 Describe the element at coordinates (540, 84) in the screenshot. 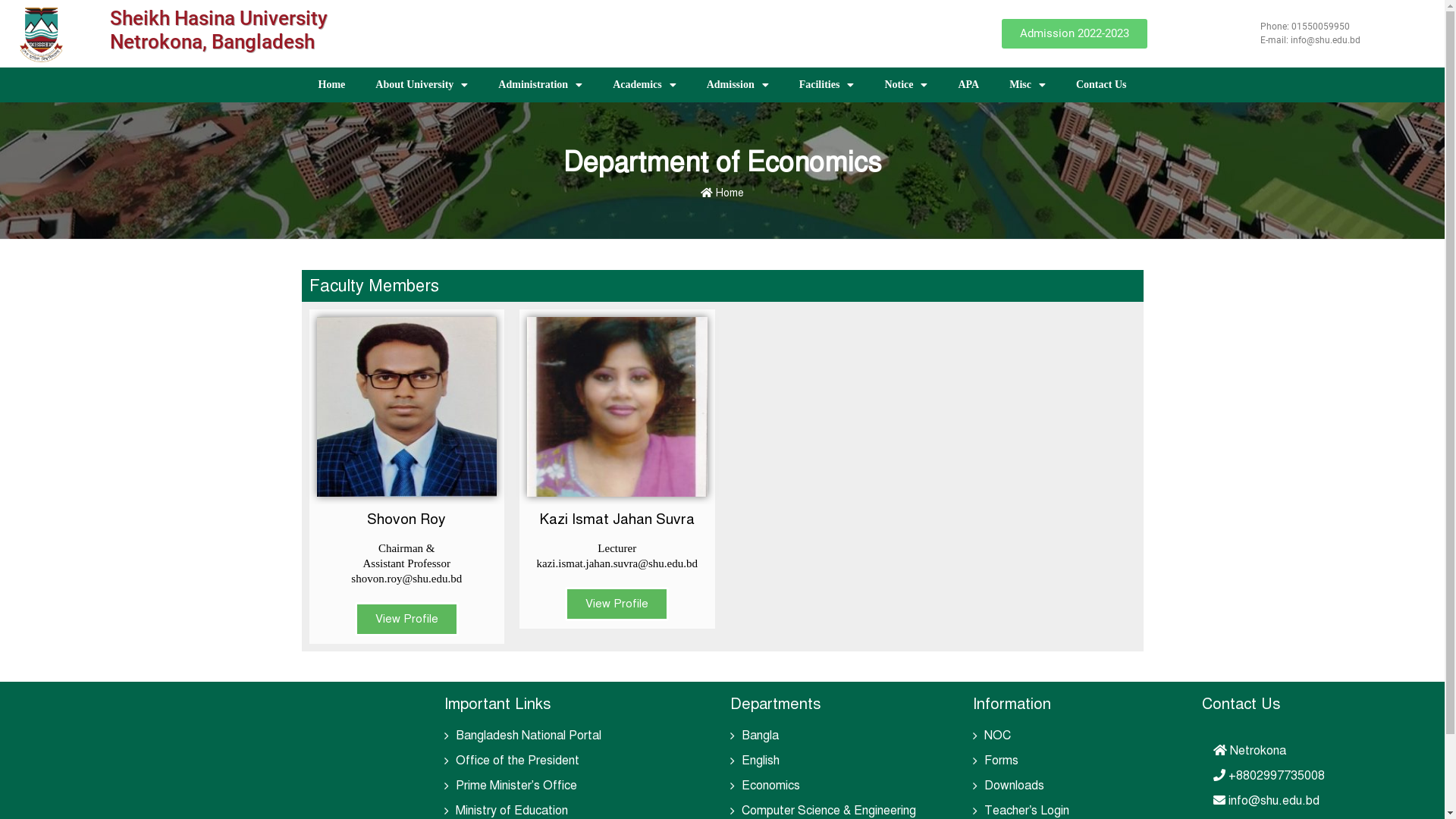

I see `'Administration'` at that location.